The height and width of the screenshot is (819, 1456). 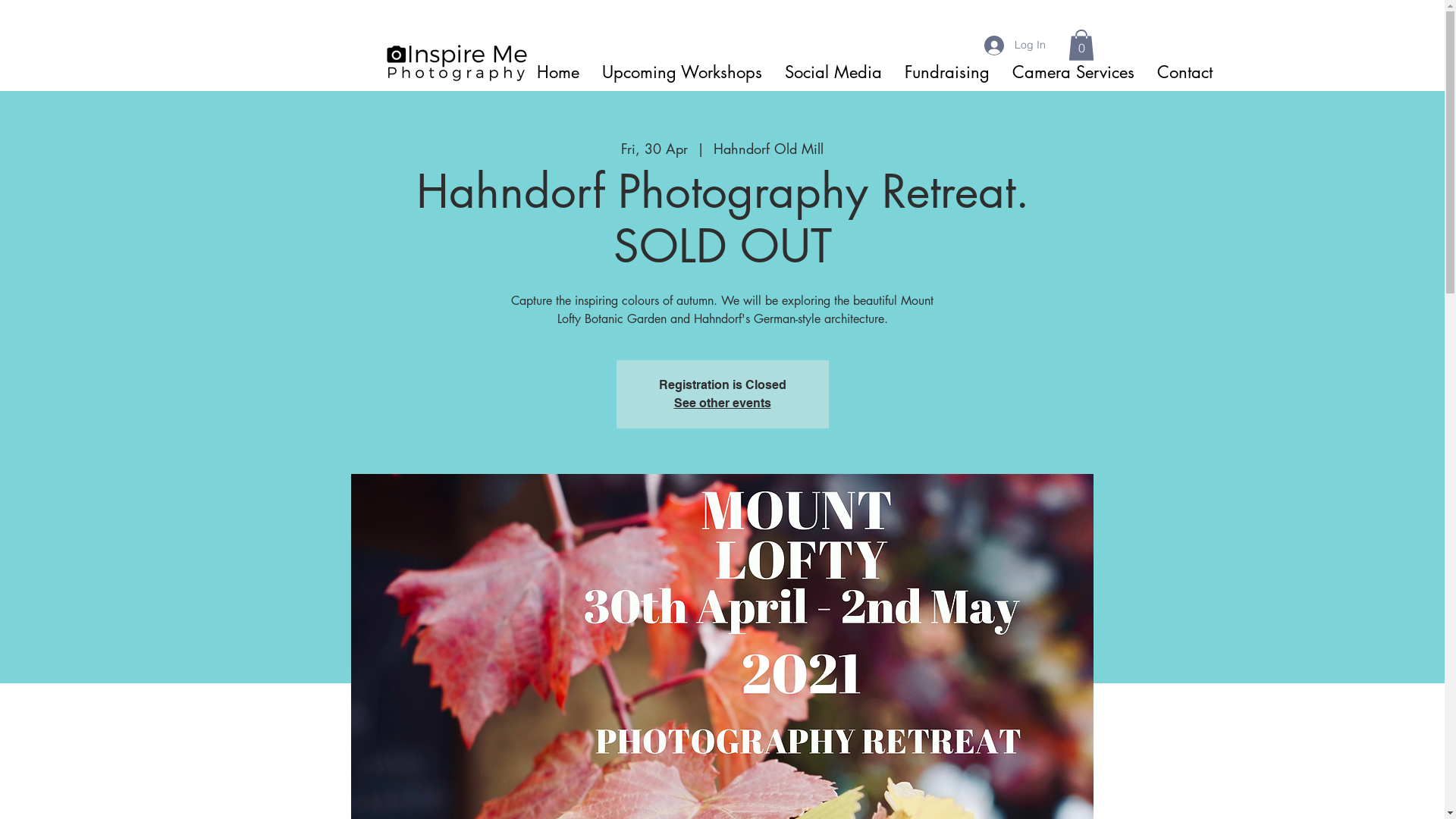 I want to click on 'Home', so click(x=556, y=72).